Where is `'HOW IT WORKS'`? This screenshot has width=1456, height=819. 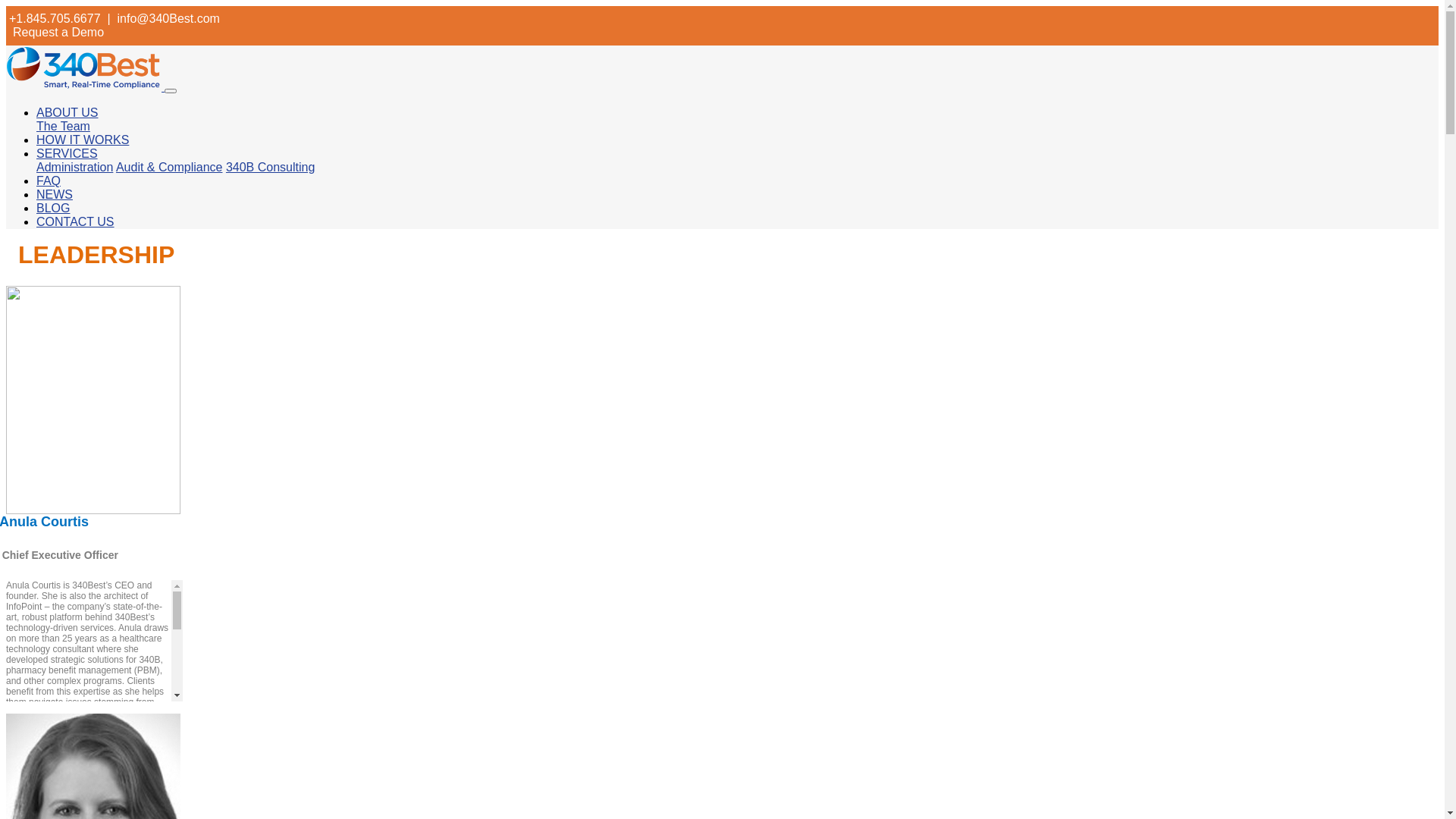 'HOW IT WORKS' is located at coordinates (82, 140).